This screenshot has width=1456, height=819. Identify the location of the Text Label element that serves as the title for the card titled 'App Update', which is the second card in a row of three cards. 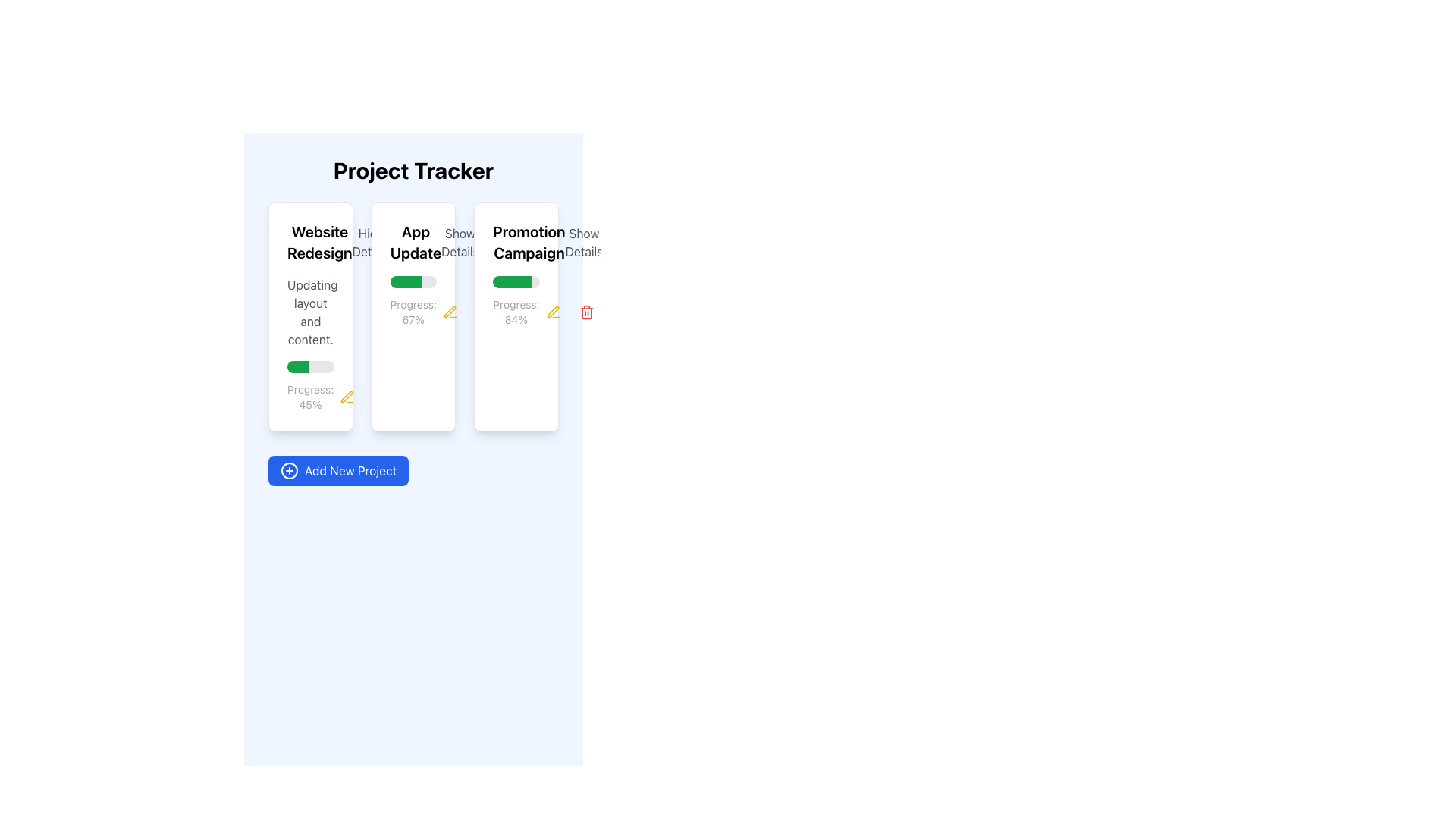
(413, 242).